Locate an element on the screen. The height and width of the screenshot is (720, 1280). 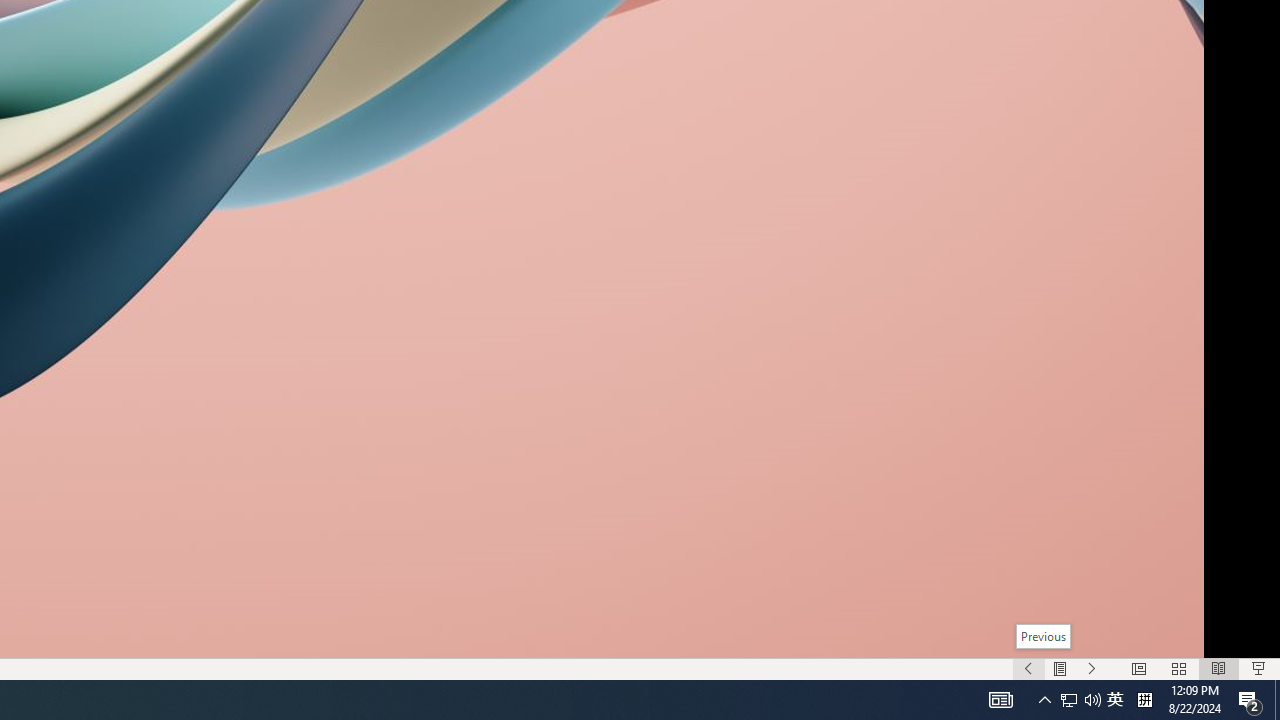
'Slide Show Next On' is located at coordinates (1091, 669).